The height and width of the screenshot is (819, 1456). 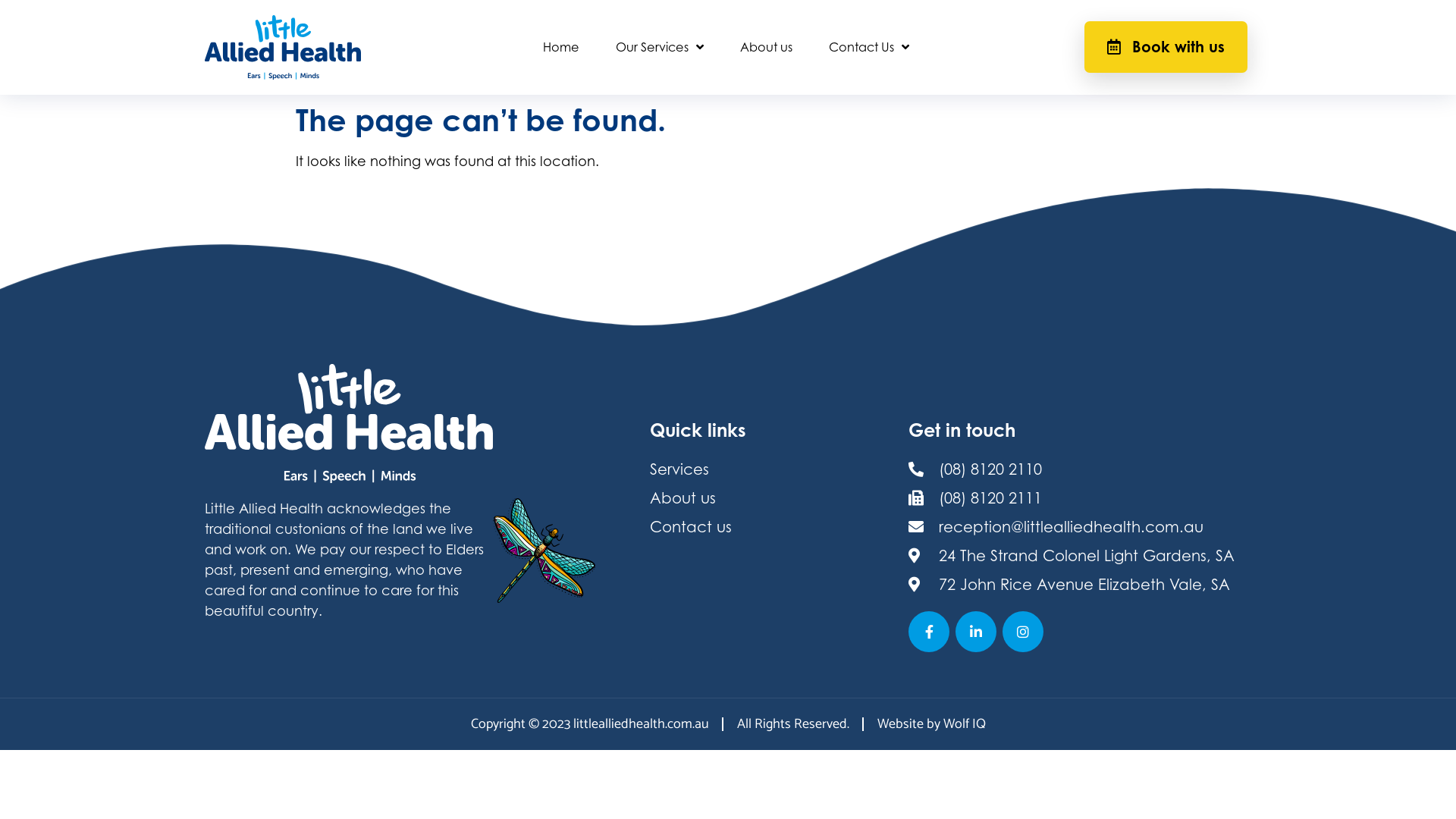 I want to click on 'Services', so click(x=650, y=468).